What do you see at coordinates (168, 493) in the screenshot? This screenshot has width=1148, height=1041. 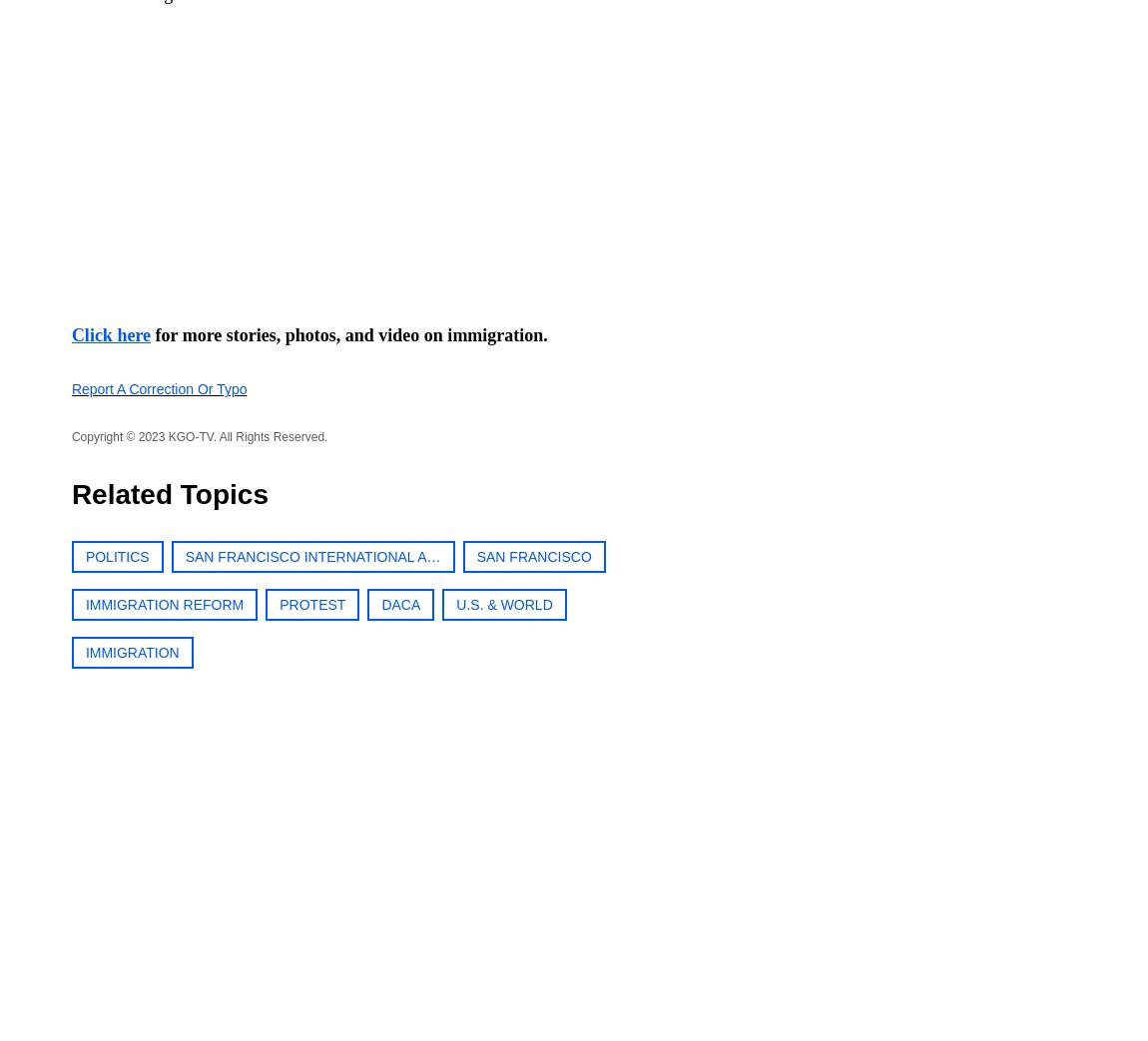 I see `'Related Topics'` at bounding box center [168, 493].